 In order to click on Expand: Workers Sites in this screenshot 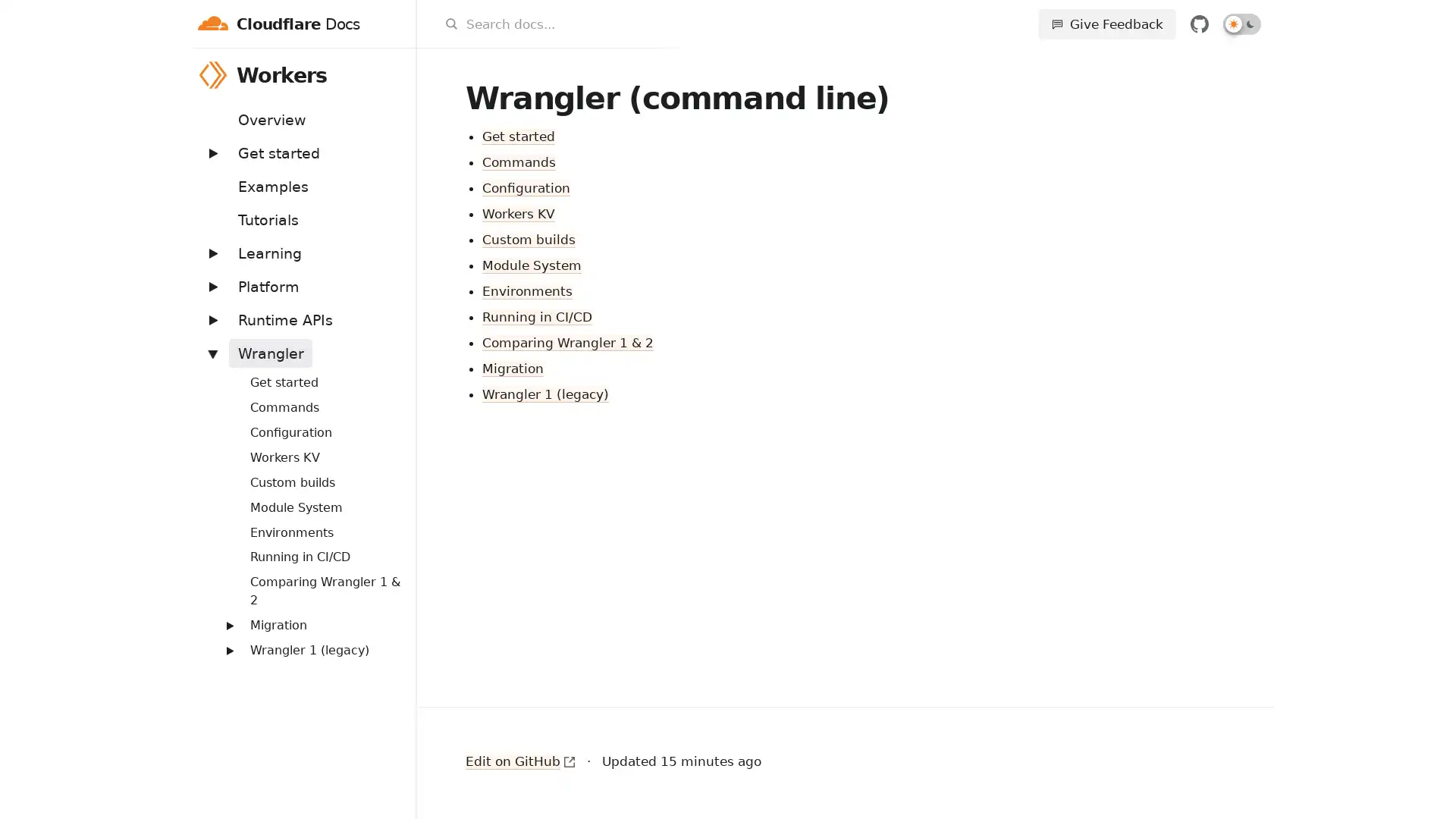, I will do `click(221, 690)`.